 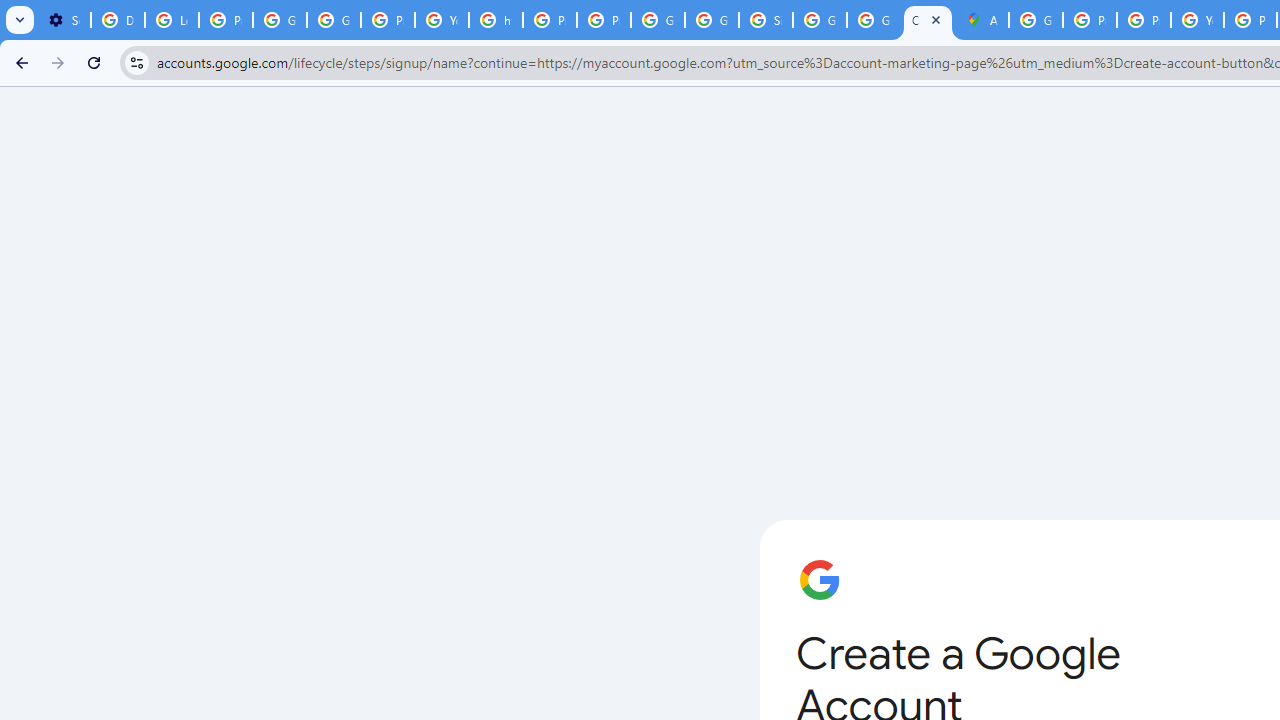 What do you see at coordinates (927, 20) in the screenshot?
I see `'Create your Google Account'` at bounding box center [927, 20].